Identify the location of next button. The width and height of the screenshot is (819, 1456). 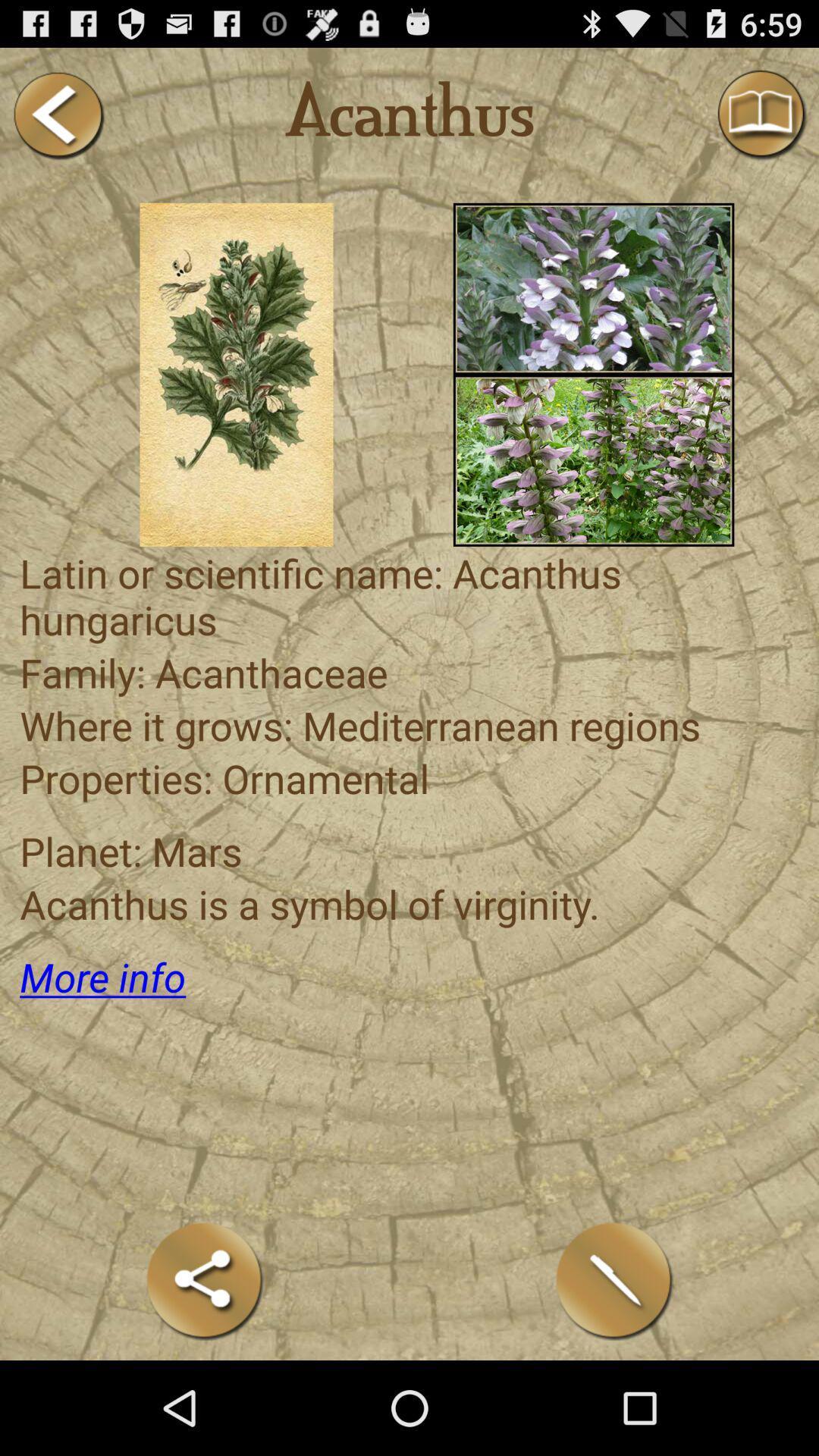
(57, 115).